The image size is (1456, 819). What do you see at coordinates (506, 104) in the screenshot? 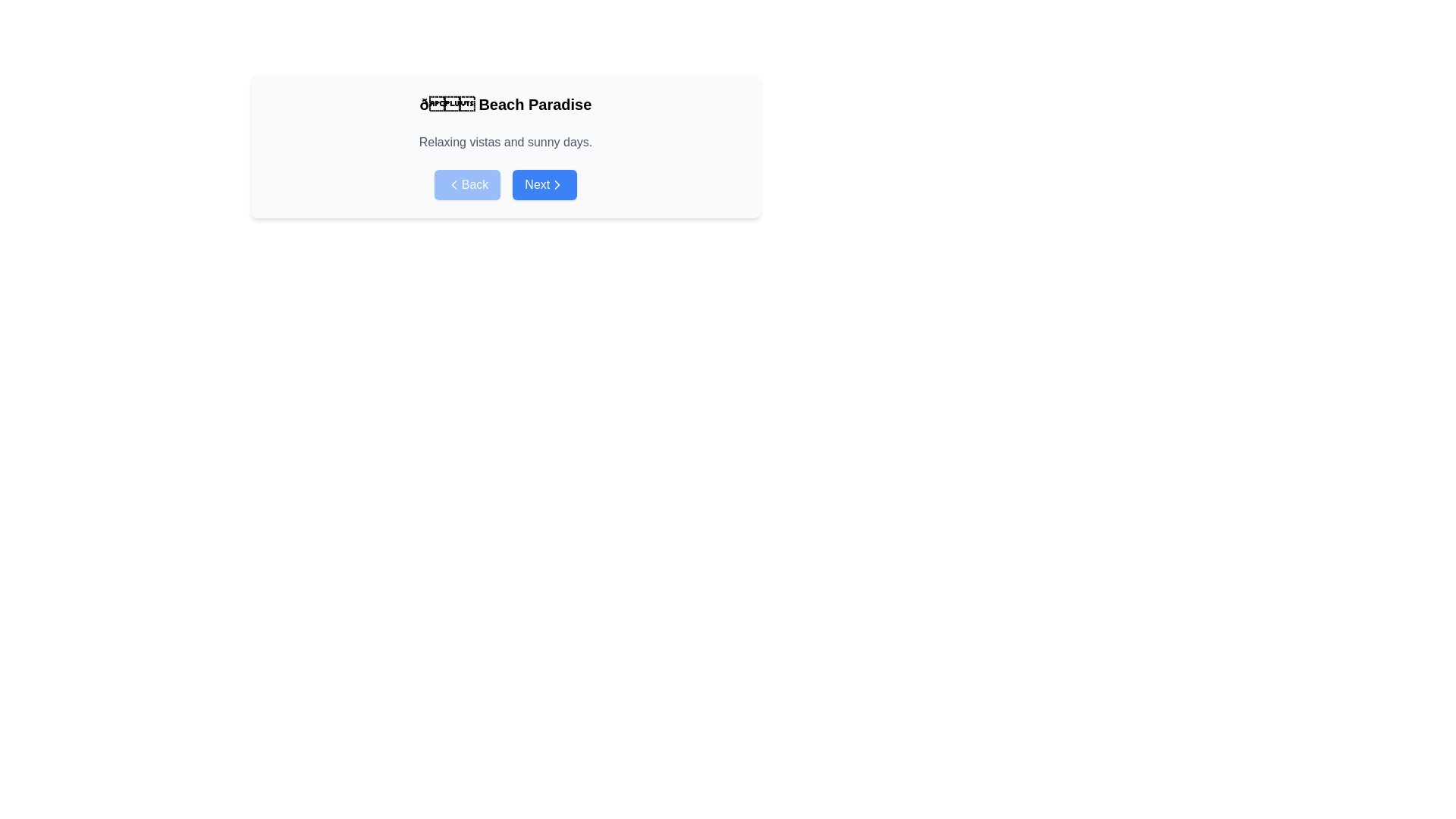
I see `the Text - Heading element that serves as a title for the section content related to a beach or vacation destination` at bounding box center [506, 104].